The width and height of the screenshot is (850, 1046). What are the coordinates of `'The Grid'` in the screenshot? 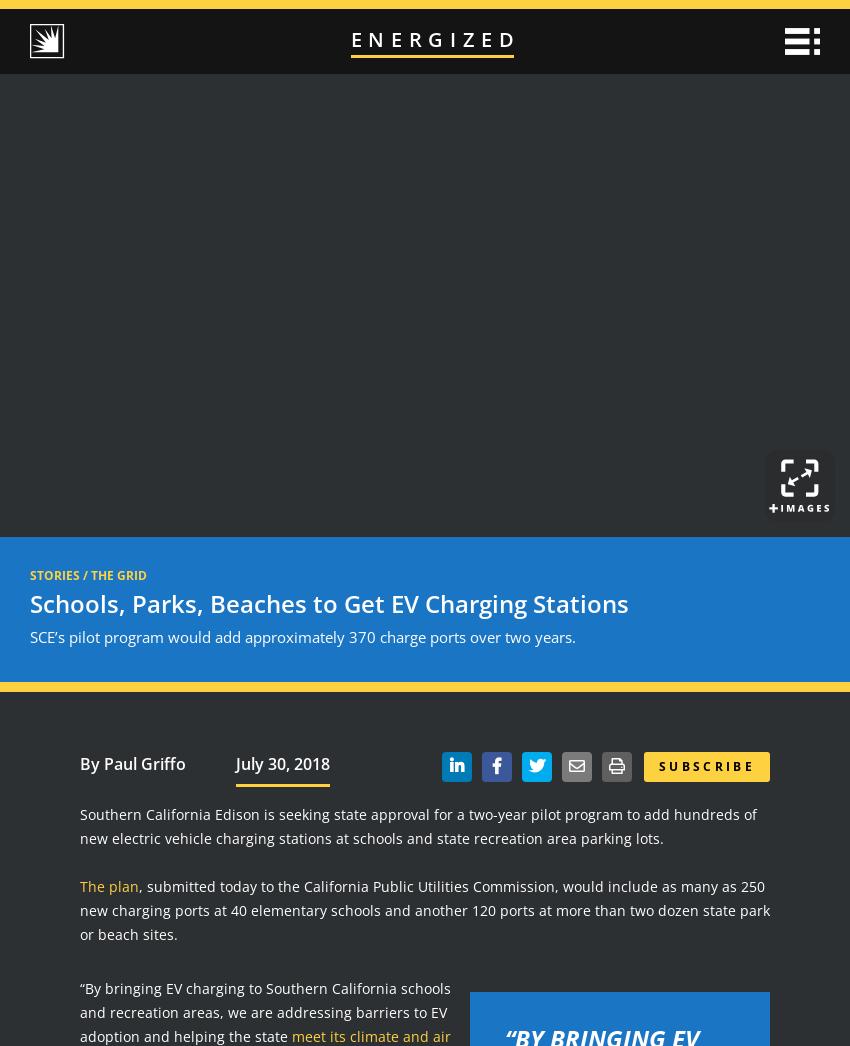 It's located at (118, 574).